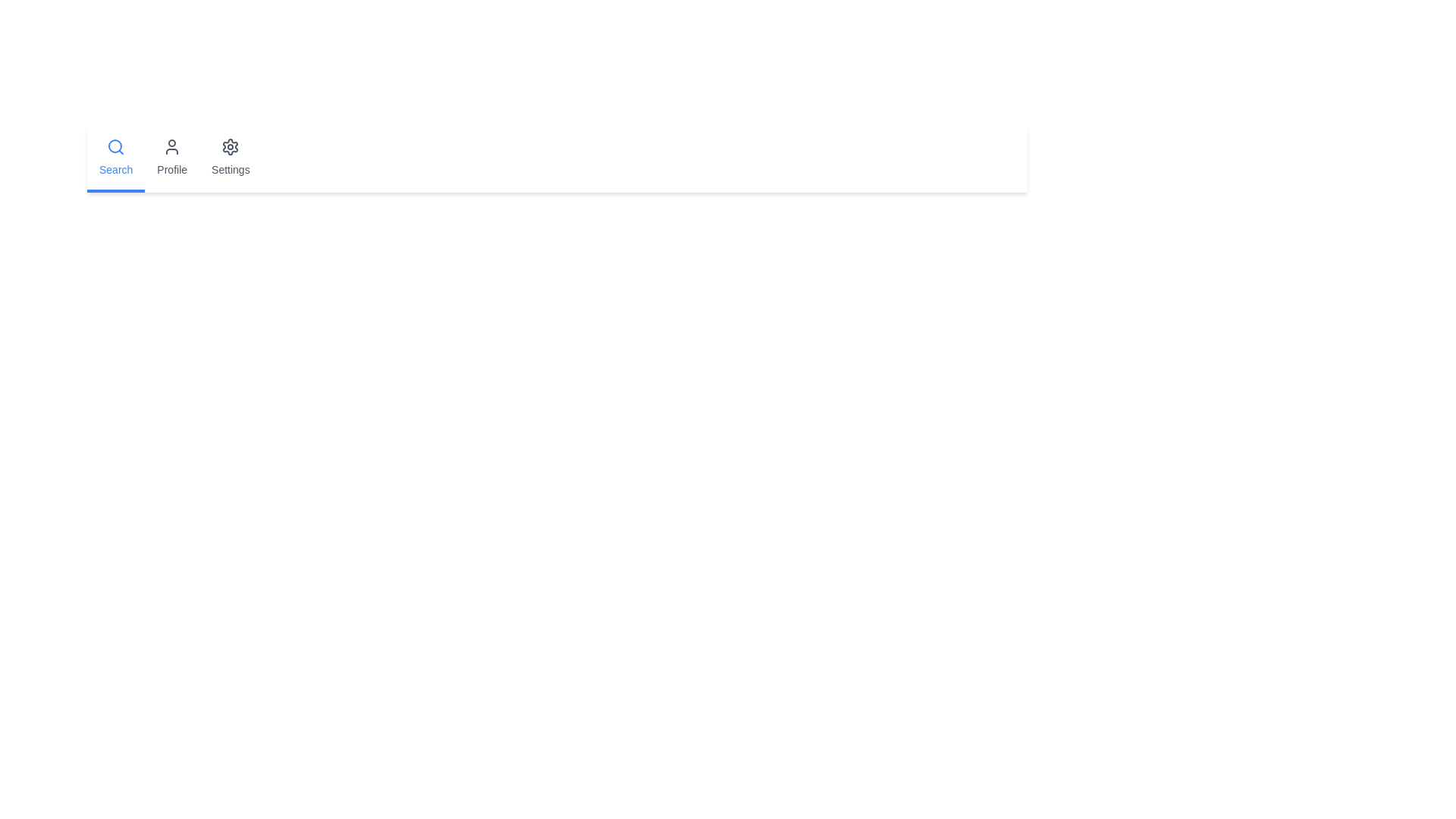  I want to click on the settings icon located in the header, positioned to the right of the Profile icon and left of the Settings label, so click(230, 146).